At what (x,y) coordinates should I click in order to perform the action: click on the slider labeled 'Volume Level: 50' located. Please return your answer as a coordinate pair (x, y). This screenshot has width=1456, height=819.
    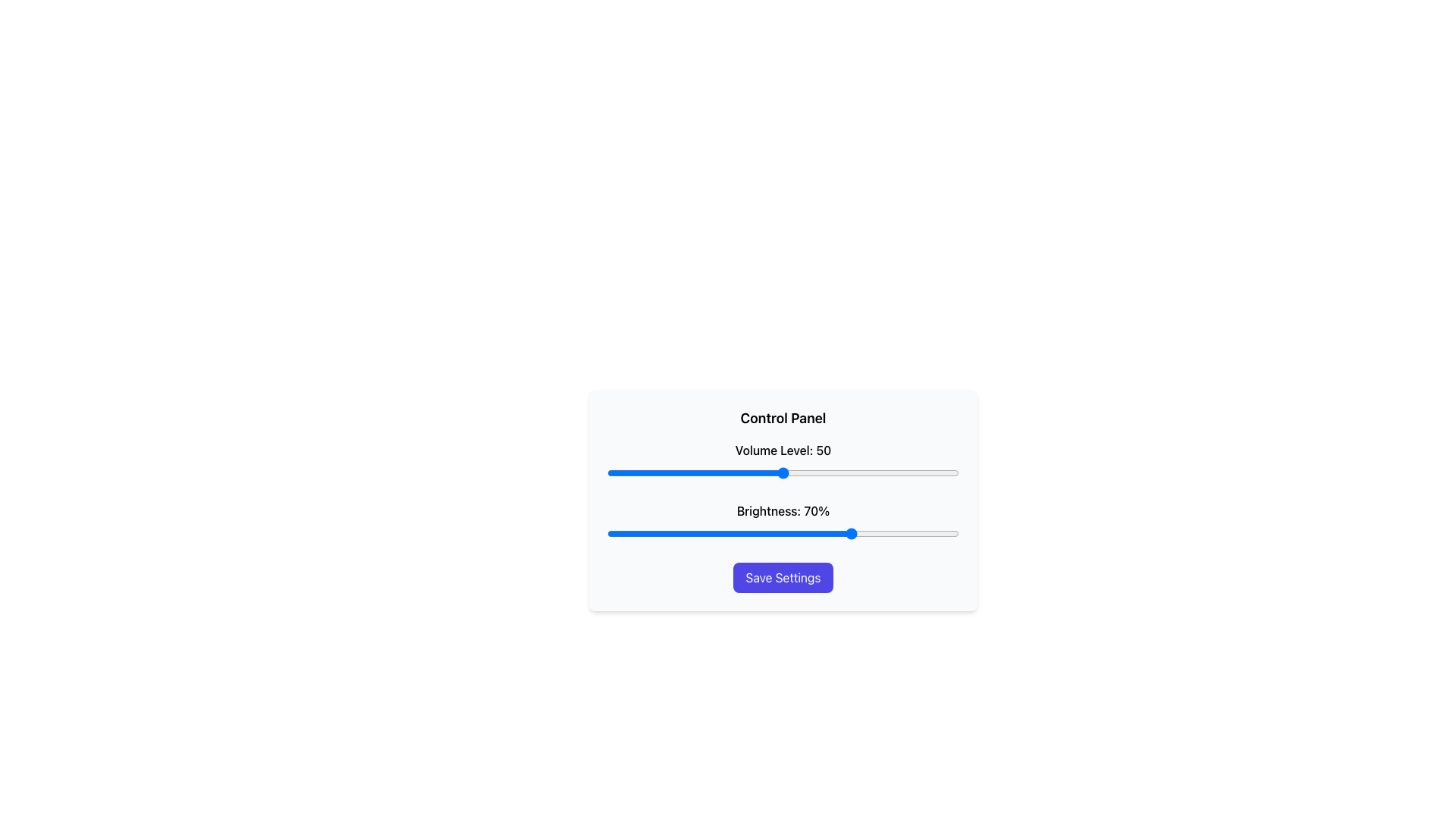
    Looking at the image, I should click on (783, 461).